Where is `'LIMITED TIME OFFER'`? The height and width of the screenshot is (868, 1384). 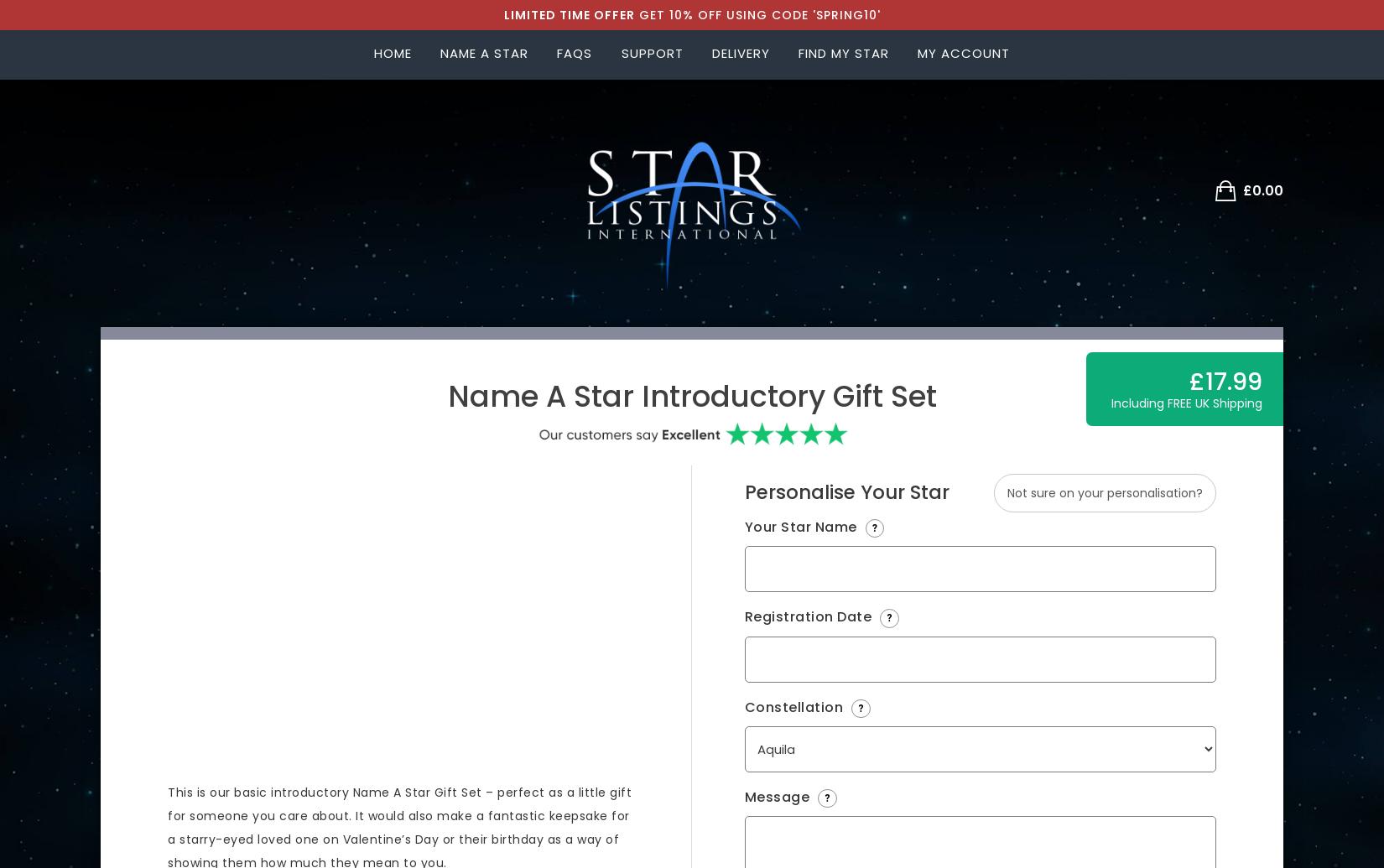
'LIMITED TIME OFFER' is located at coordinates (567, 15).